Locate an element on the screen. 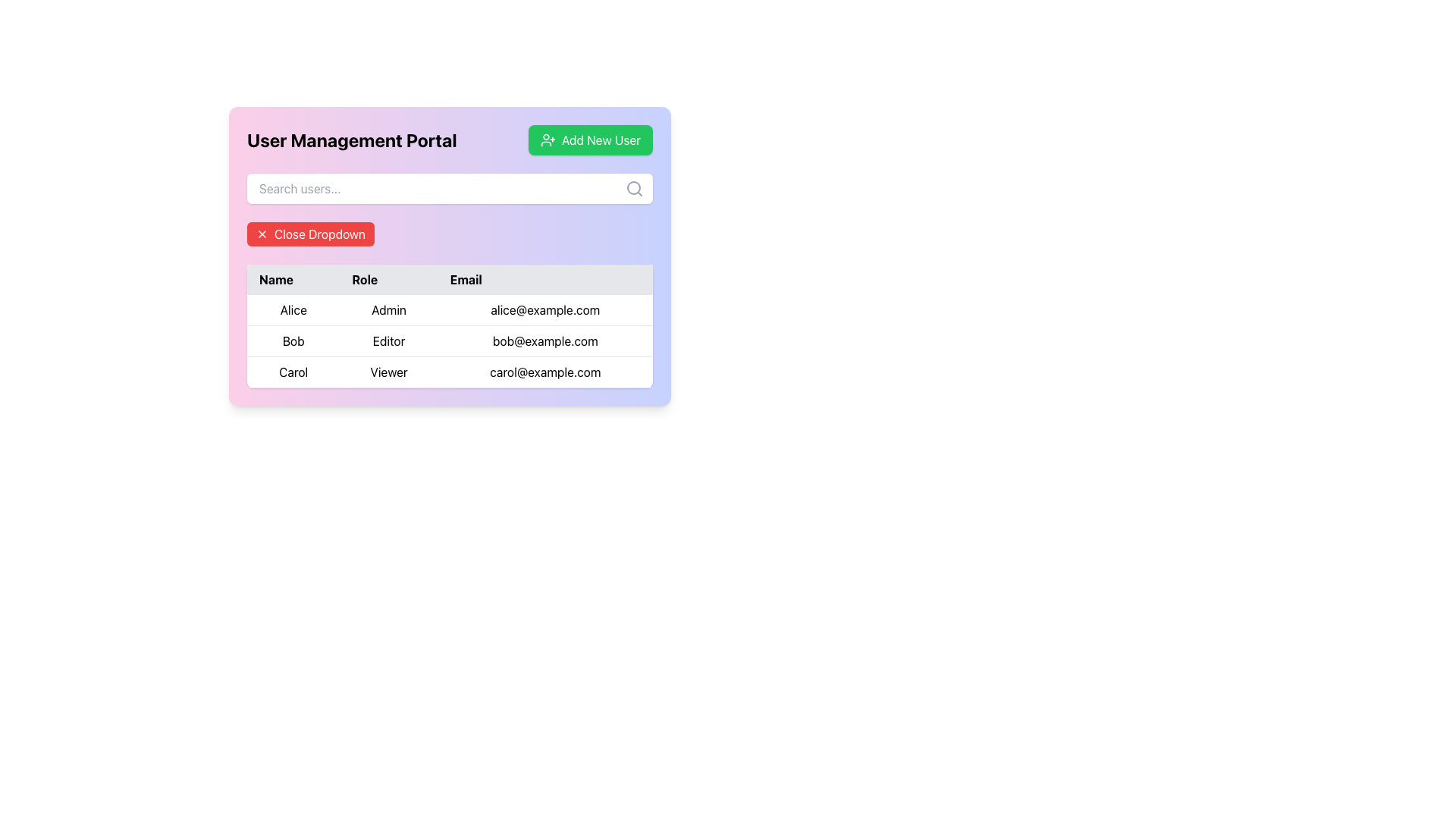 The width and height of the screenshot is (1456, 819). the search icon located at the right end of the search input field is located at coordinates (634, 188).